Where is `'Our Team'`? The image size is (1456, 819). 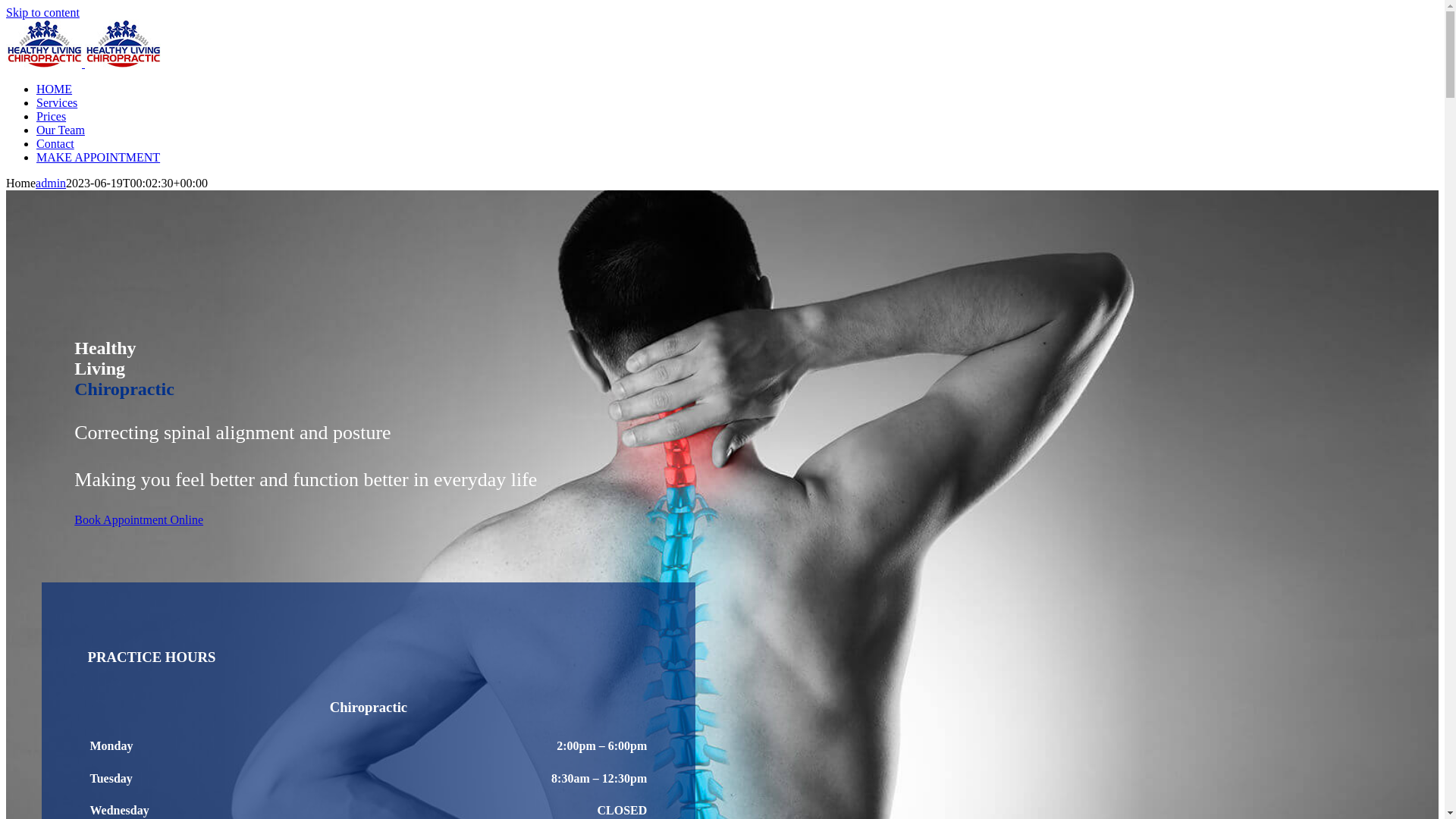 'Our Team' is located at coordinates (61, 129).